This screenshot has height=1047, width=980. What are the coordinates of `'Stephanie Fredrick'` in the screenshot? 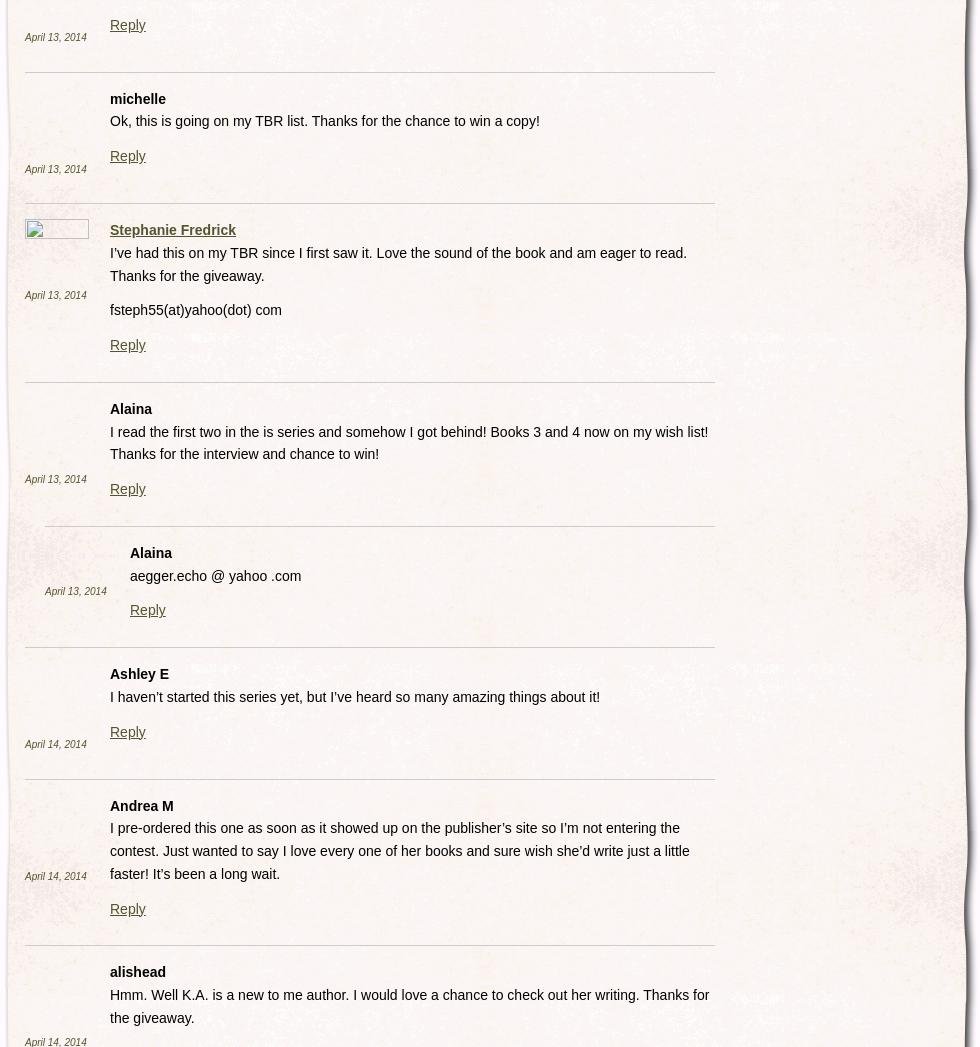 It's located at (172, 229).